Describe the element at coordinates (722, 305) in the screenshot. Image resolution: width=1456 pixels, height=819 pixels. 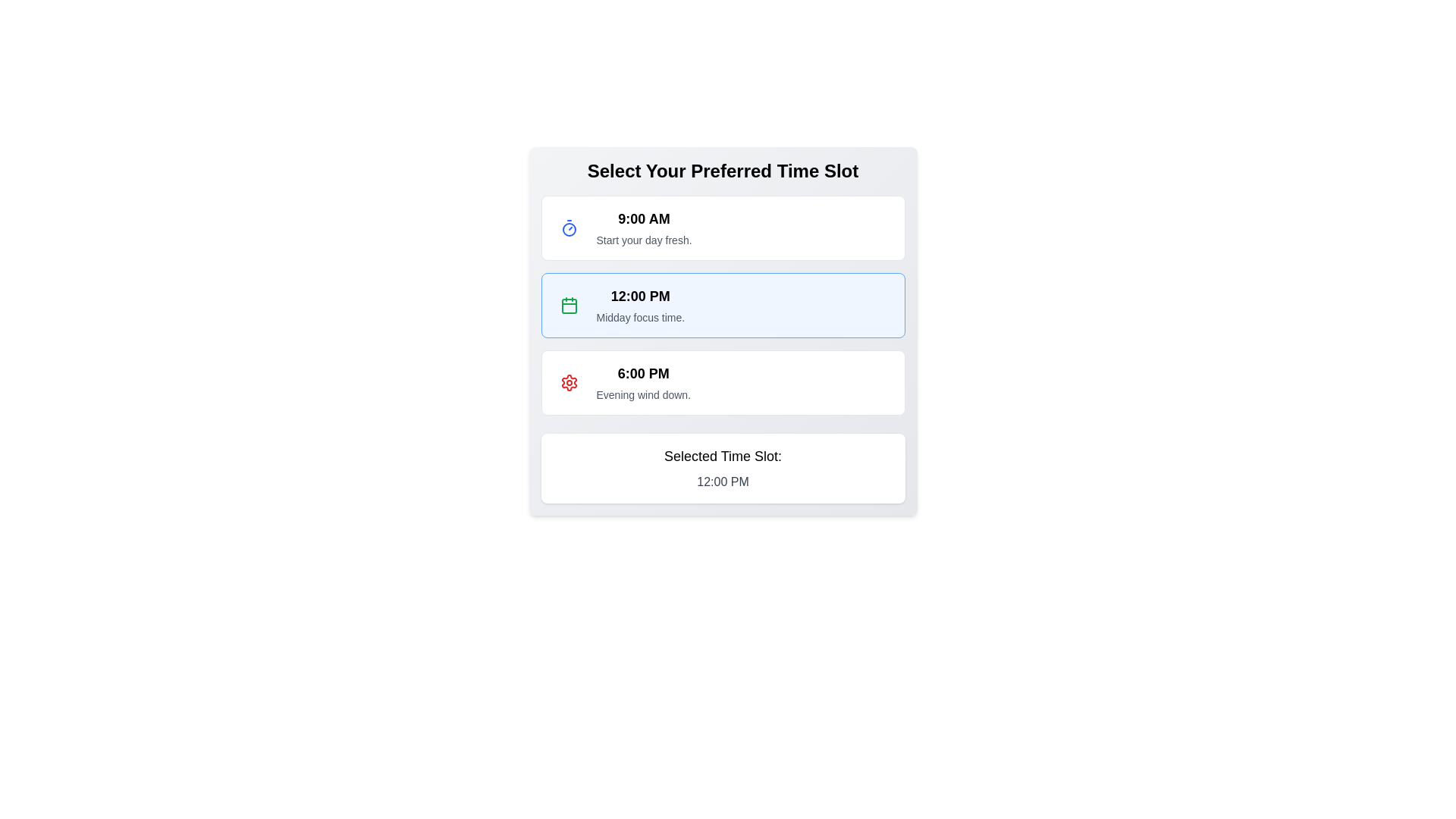
I see `the selectable list item displaying '12:00 PM' and 'Midday focus time'` at that location.